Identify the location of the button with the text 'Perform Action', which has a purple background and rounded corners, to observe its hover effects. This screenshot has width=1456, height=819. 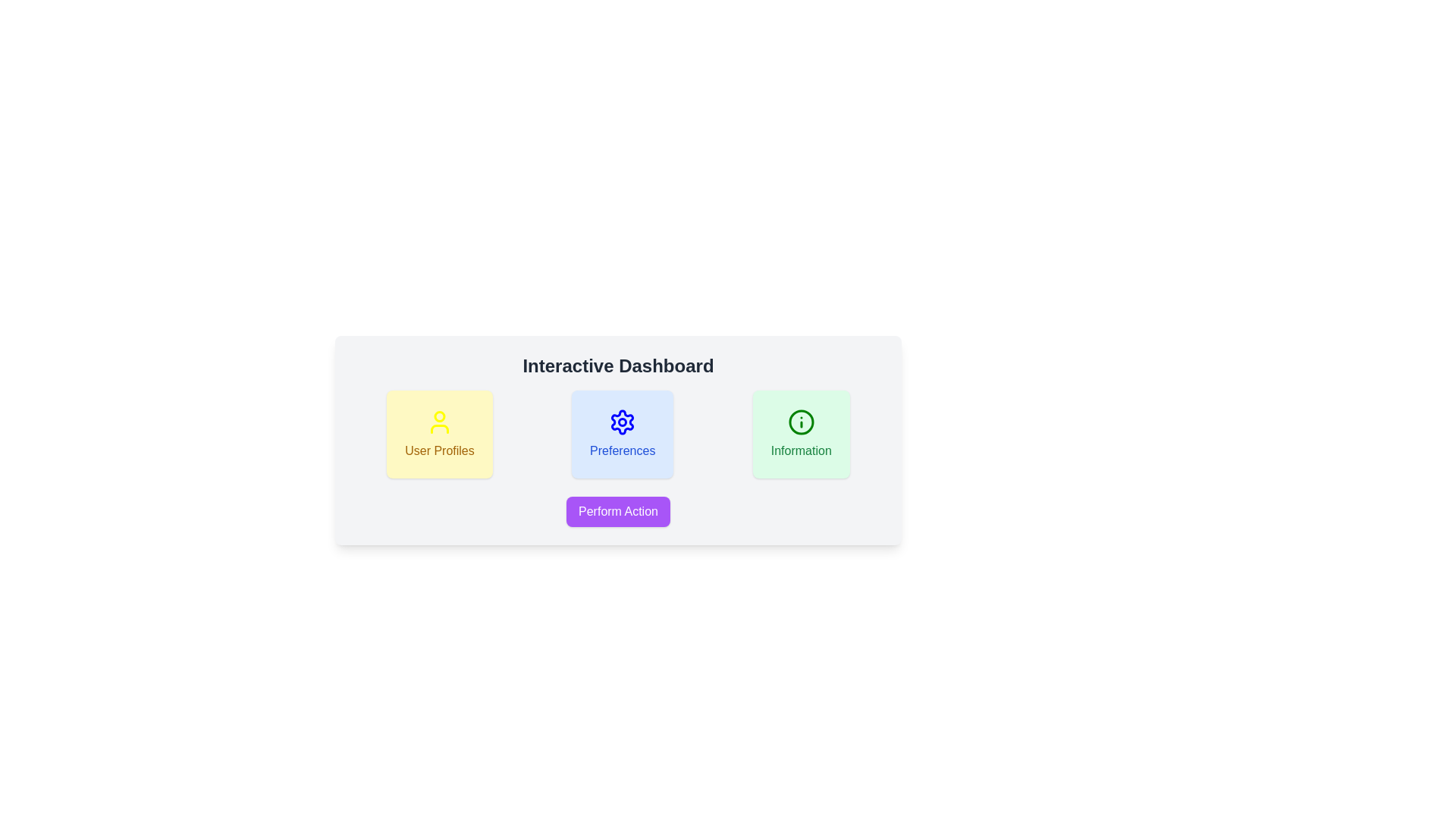
(618, 512).